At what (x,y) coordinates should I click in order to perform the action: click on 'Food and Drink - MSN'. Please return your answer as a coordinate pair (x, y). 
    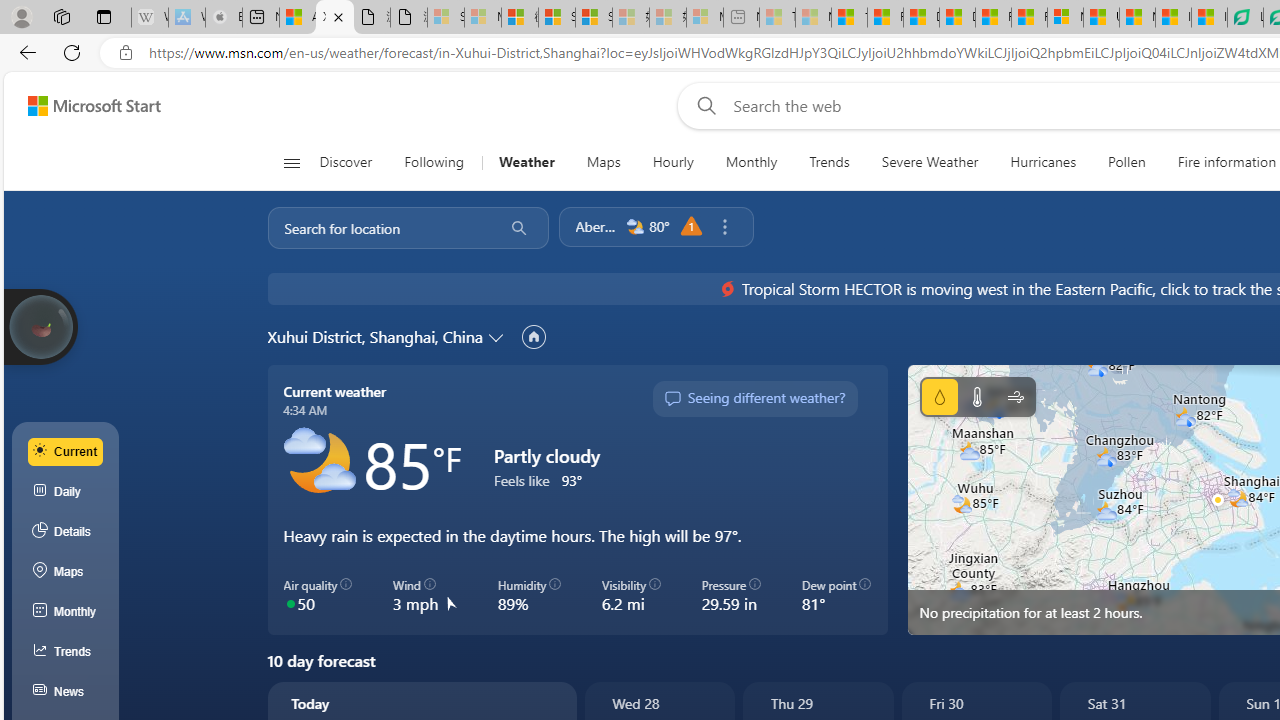
    Looking at the image, I should click on (884, 17).